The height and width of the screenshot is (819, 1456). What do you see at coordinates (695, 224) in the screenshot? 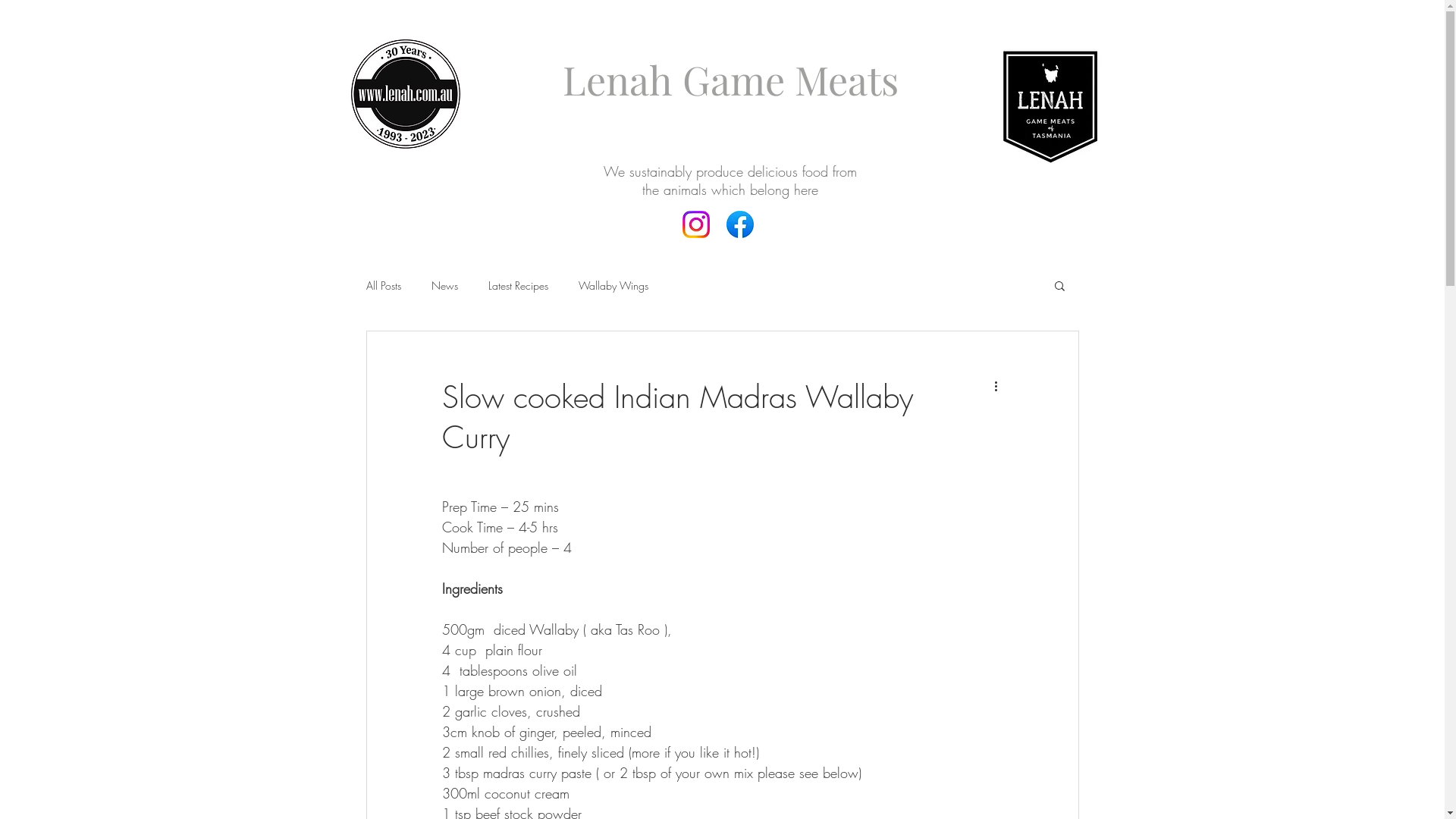
I see `'Facebook'` at bounding box center [695, 224].